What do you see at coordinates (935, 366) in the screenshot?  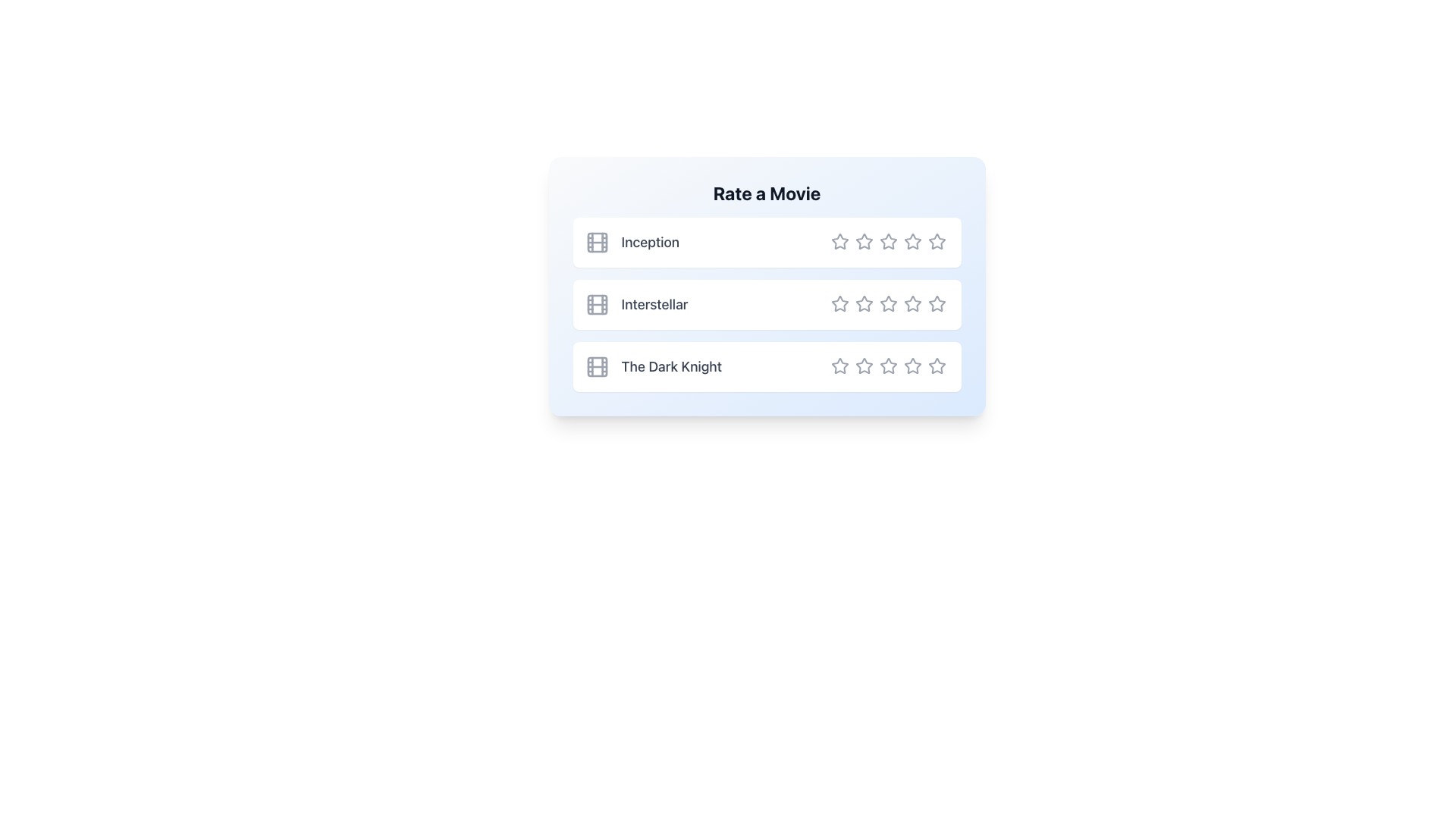 I see `the fifth star-shaped icon from the left in the horizontal rating system to rate 'The Dark Knight'` at bounding box center [935, 366].